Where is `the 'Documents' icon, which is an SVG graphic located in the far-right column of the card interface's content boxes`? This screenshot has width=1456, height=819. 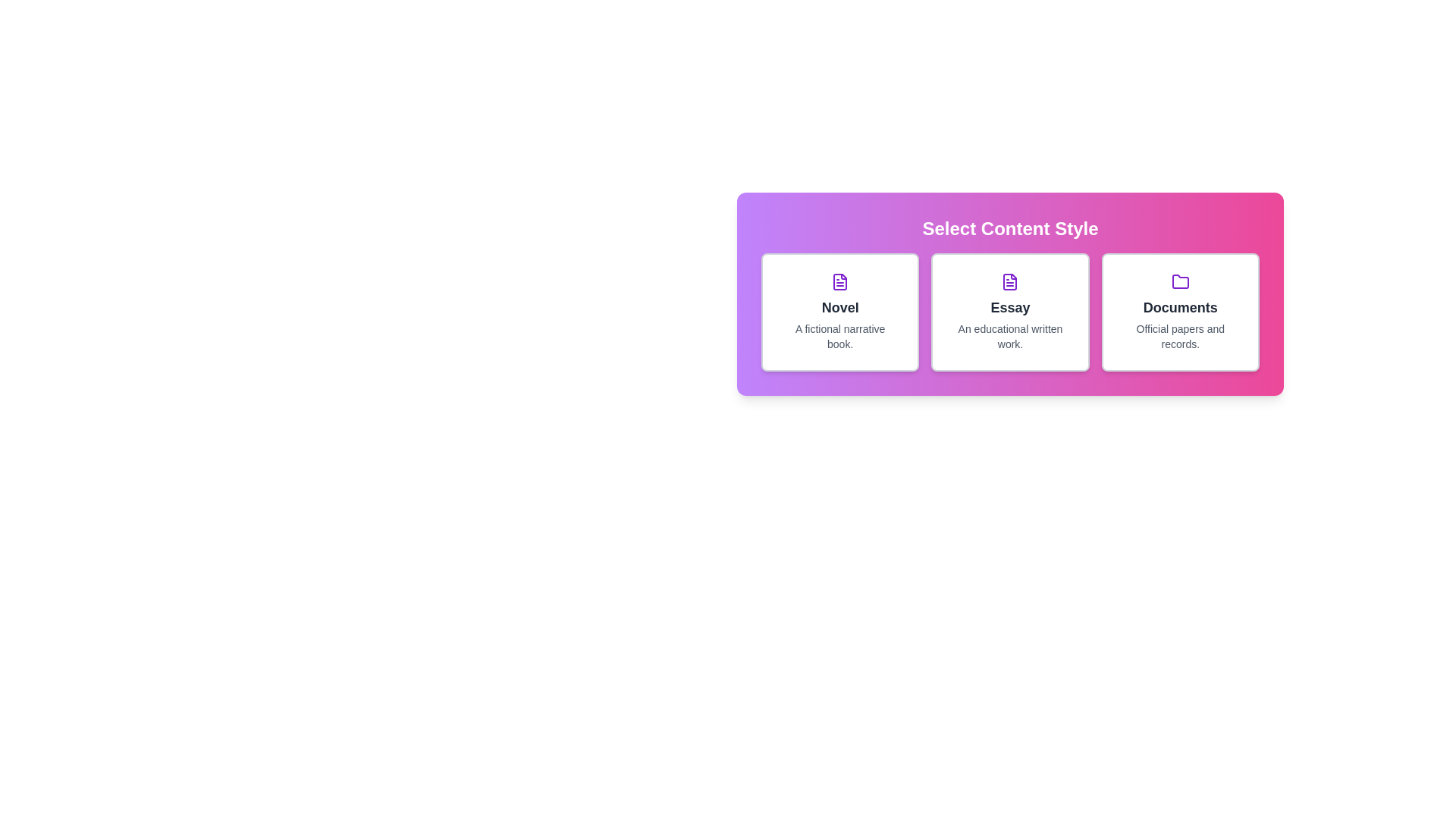
the 'Documents' icon, which is an SVG graphic located in the far-right column of the card interface's content boxes is located at coordinates (1179, 281).